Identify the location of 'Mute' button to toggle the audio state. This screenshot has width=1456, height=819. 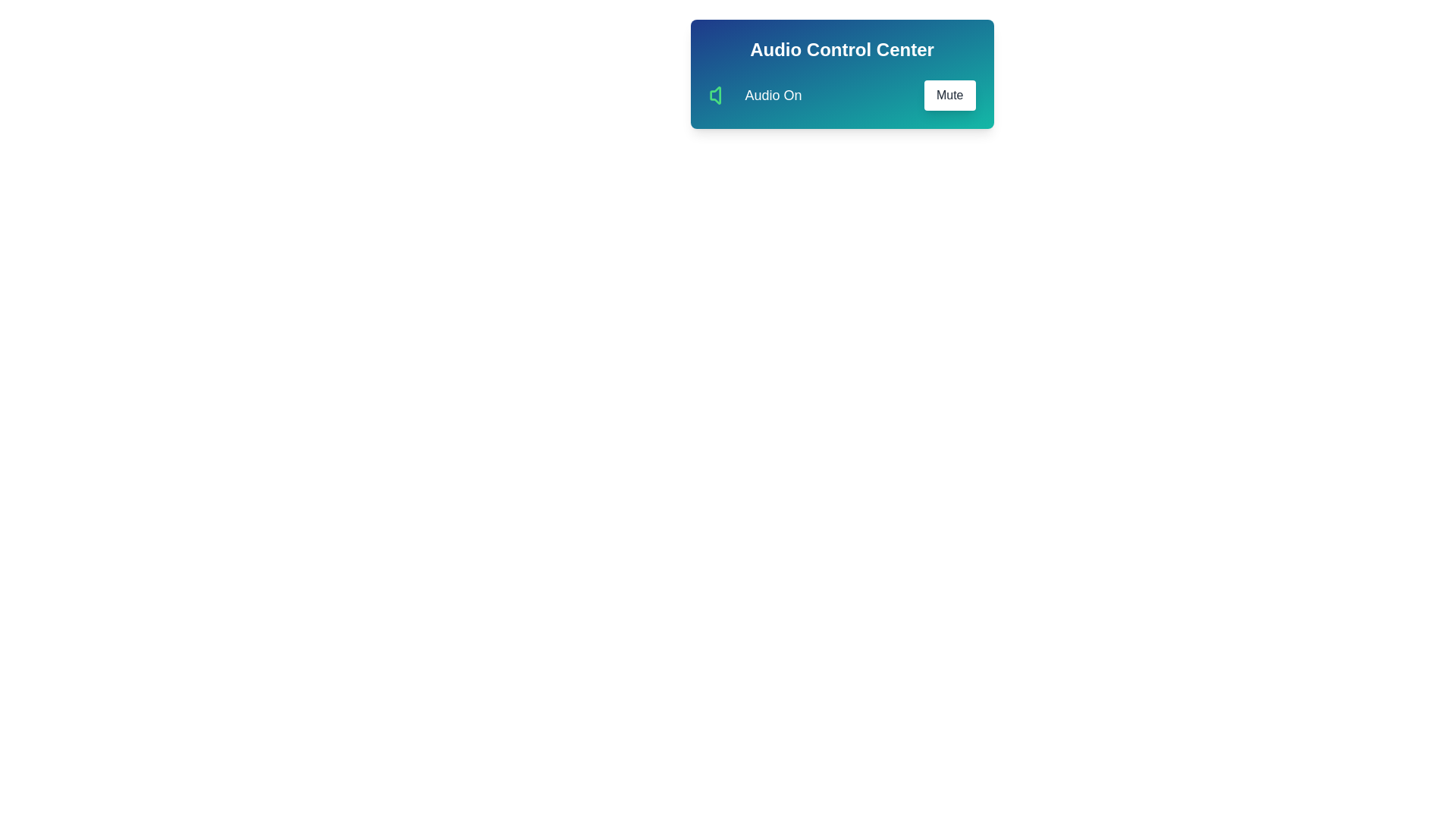
(949, 96).